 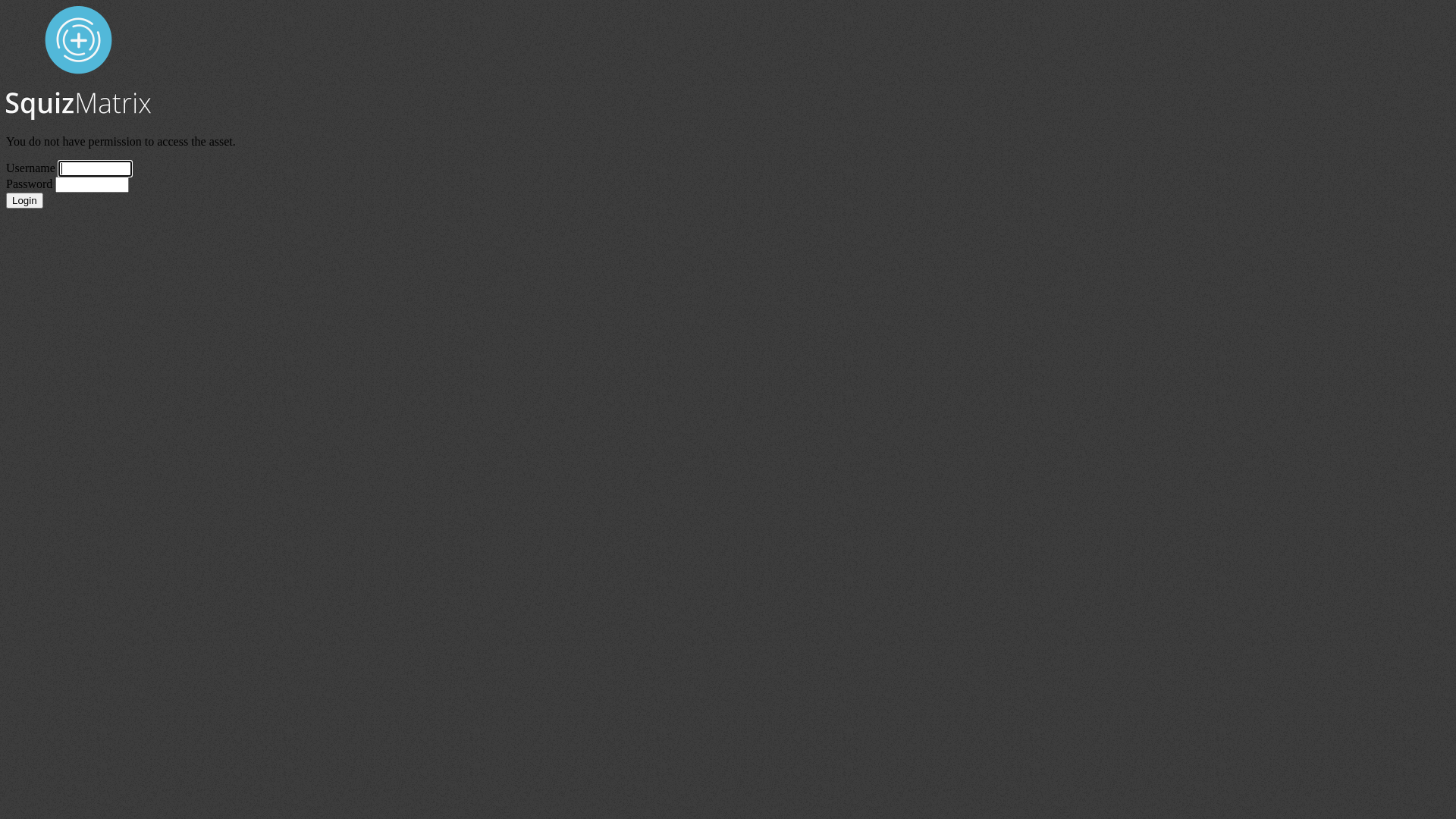 I want to click on 'Login', so click(x=24, y=199).